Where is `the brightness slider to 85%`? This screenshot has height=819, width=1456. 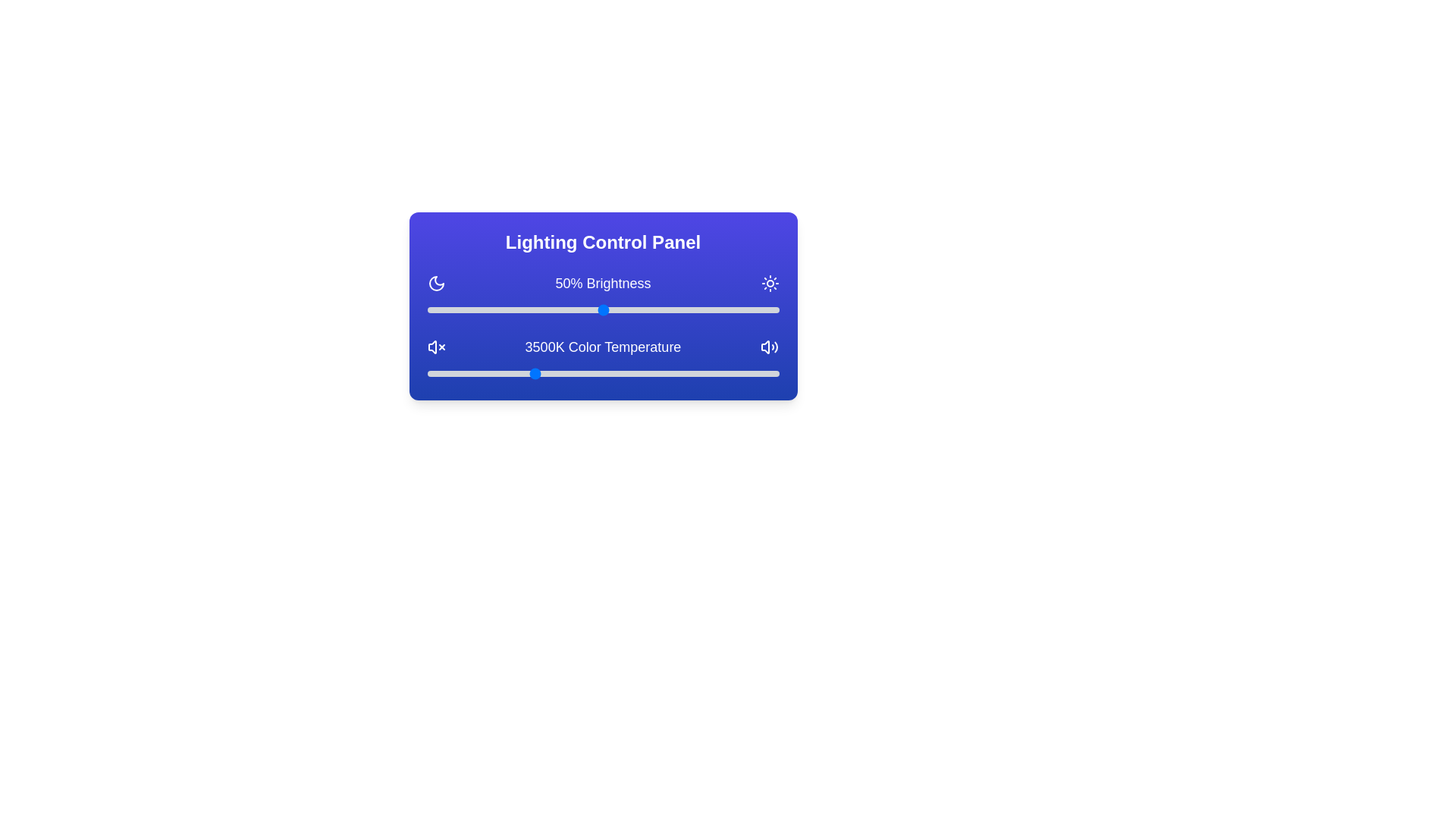 the brightness slider to 85% is located at coordinates (725, 309).